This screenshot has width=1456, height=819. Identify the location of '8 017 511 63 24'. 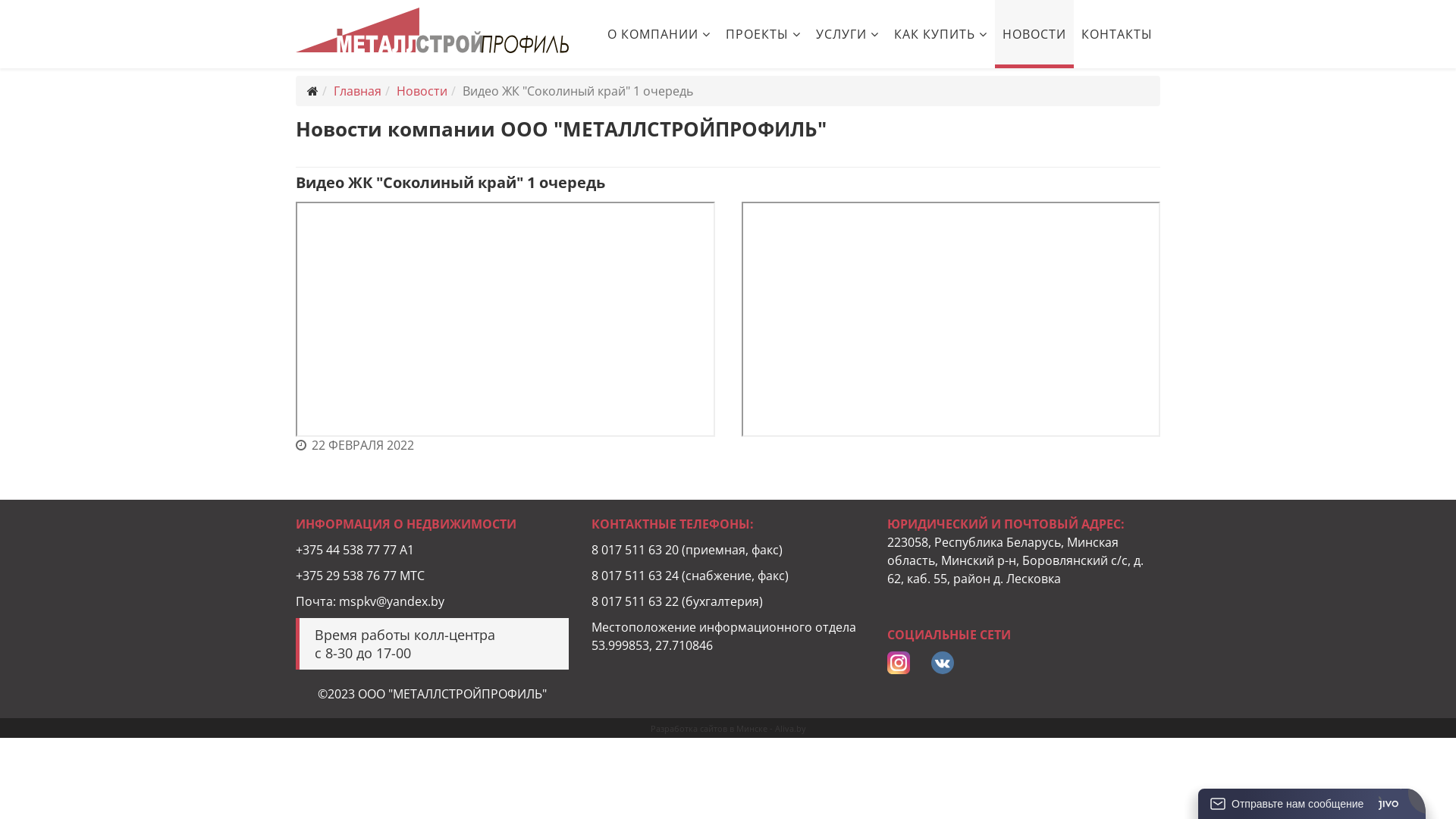
(590, 576).